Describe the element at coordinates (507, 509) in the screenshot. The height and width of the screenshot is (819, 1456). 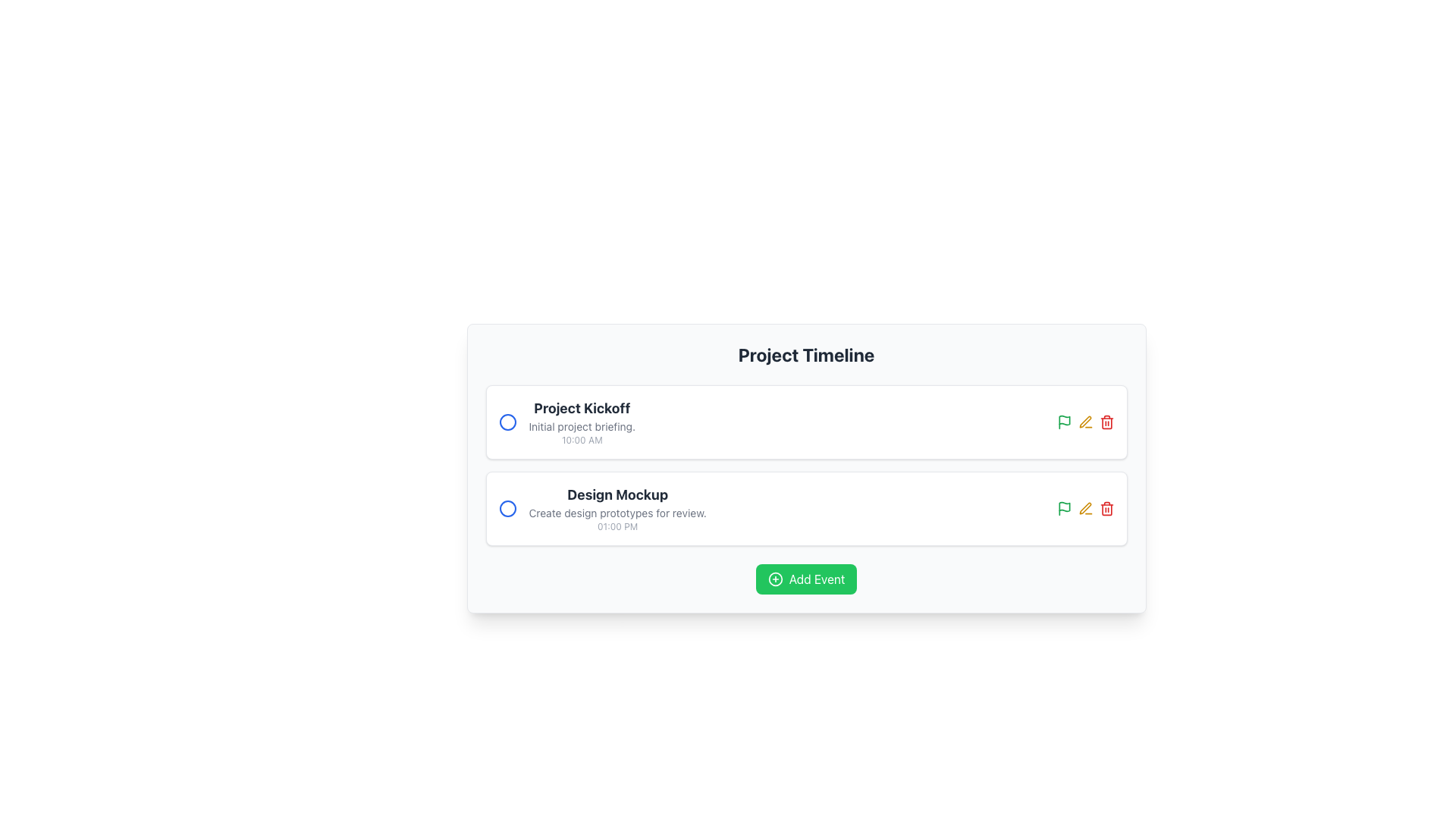
I see `the circular indicator toggle in the second row of the 'Design Mockup' list` at that location.